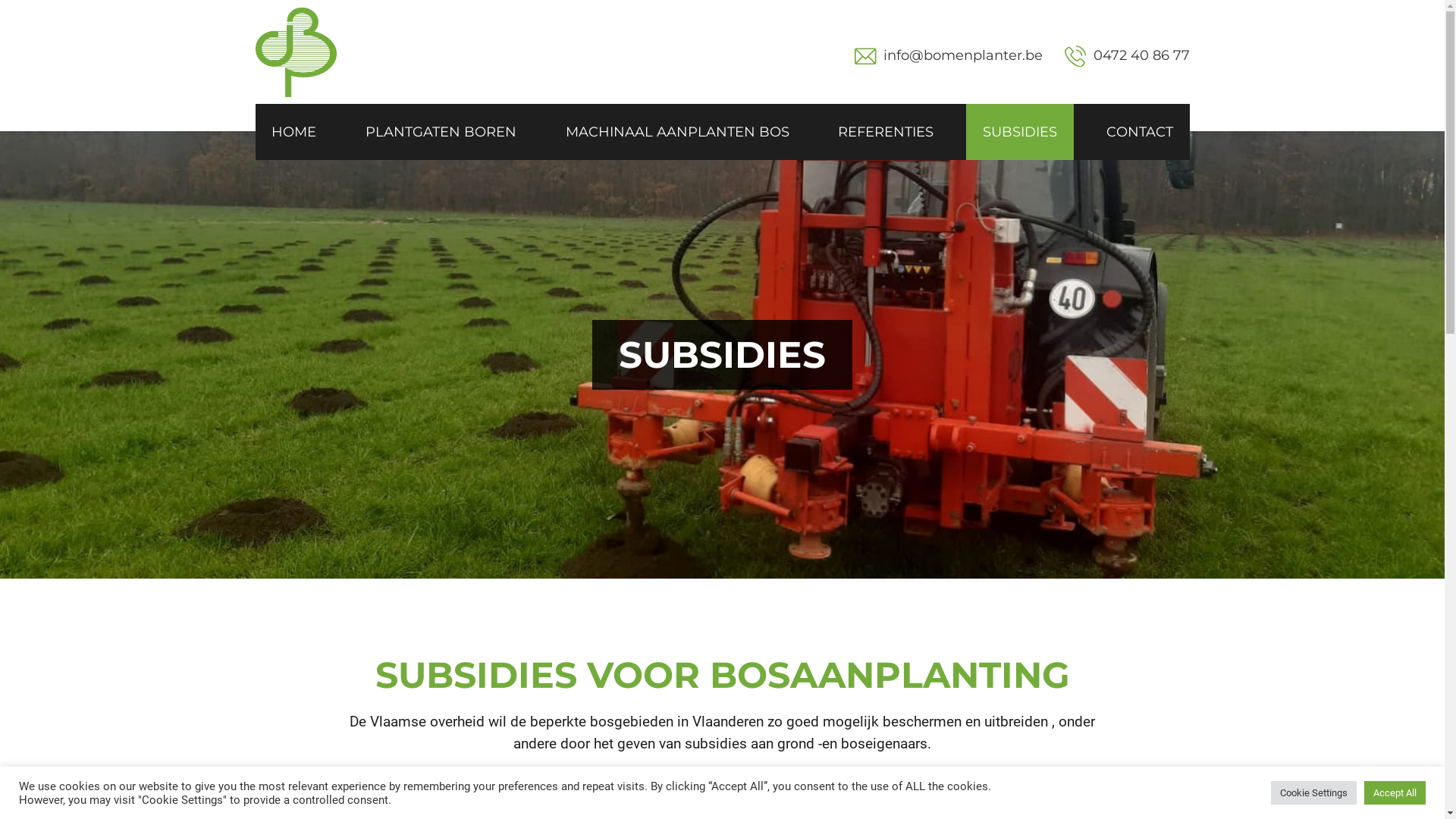 The width and height of the screenshot is (1456, 819). What do you see at coordinates (1127, 55) in the screenshot?
I see `'0472 40 86 77'` at bounding box center [1127, 55].